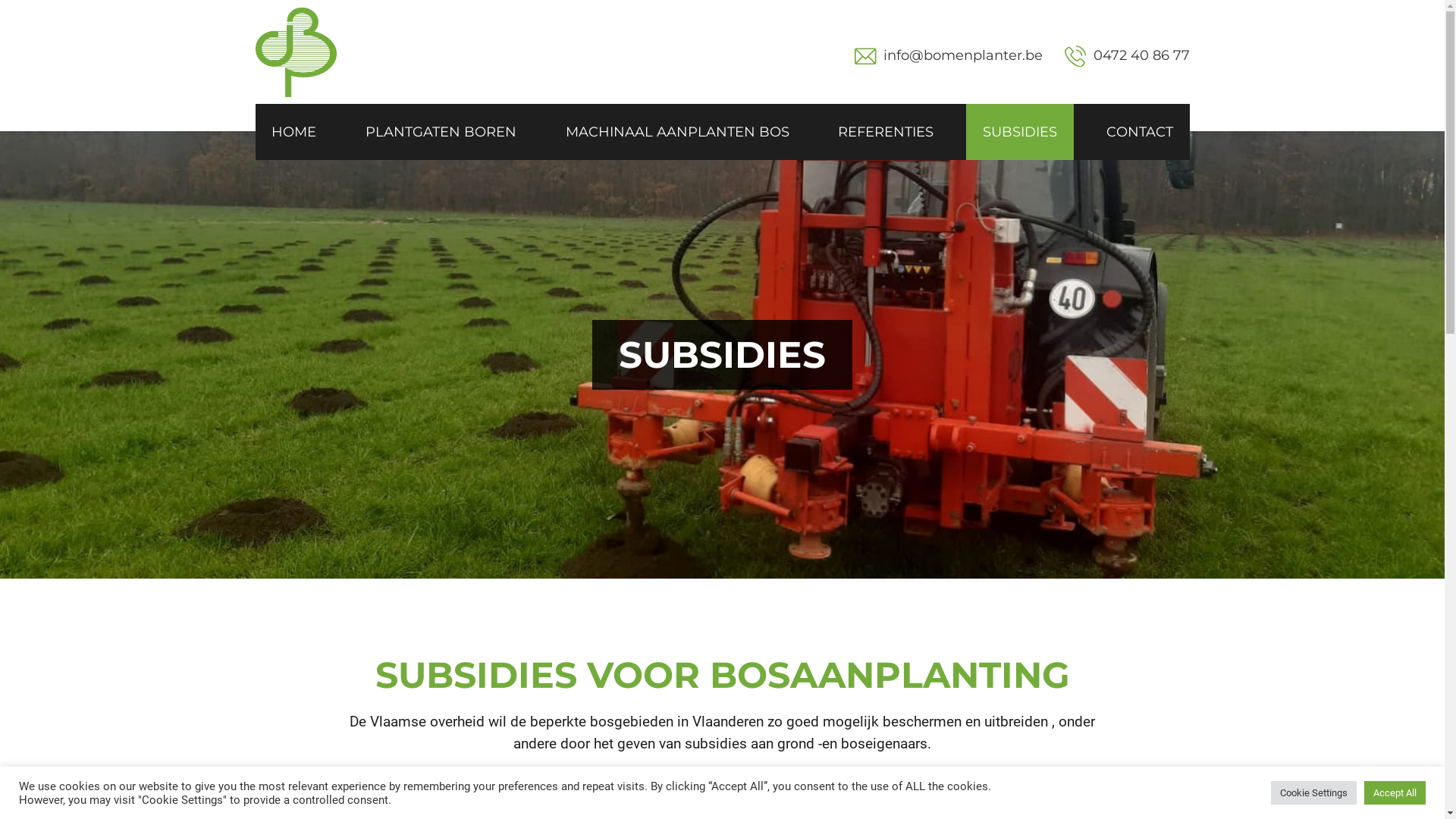 The width and height of the screenshot is (1456, 819). What do you see at coordinates (1127, 55) in the screenshot?
I see `'0472 40 86 77'` at bounding box center [1127, 55].